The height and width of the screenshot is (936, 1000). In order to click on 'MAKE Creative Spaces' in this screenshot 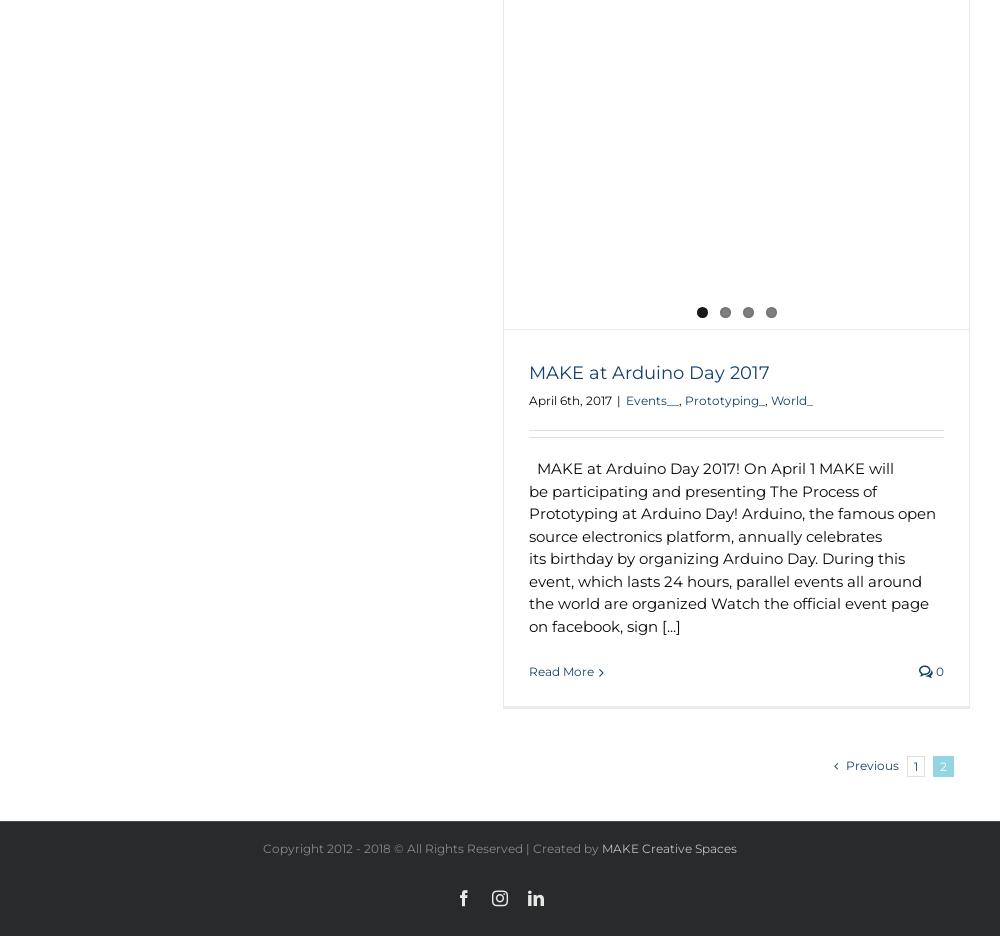, I will do `click(669, 848)`.